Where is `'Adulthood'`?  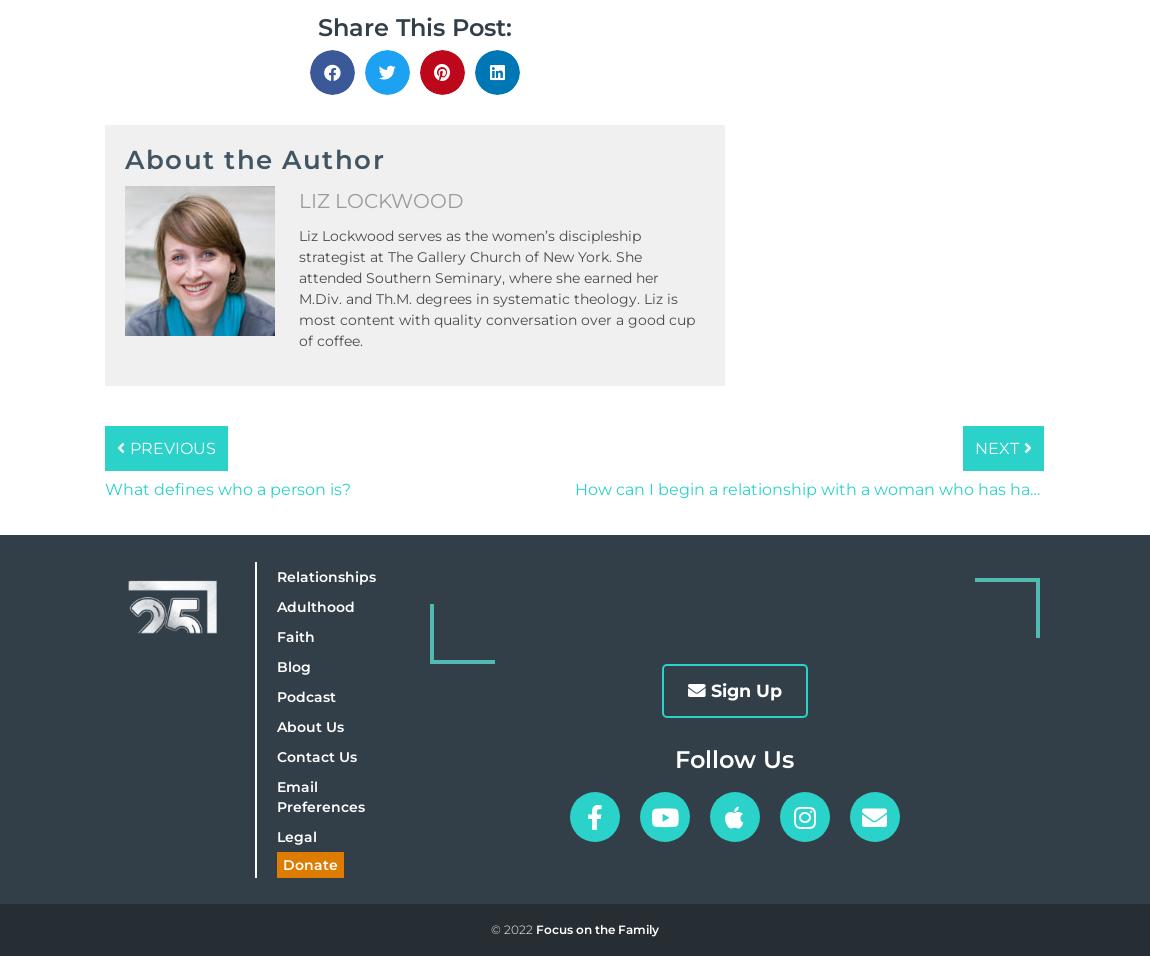 'Adulthood' is located at coordinates (275, 606).